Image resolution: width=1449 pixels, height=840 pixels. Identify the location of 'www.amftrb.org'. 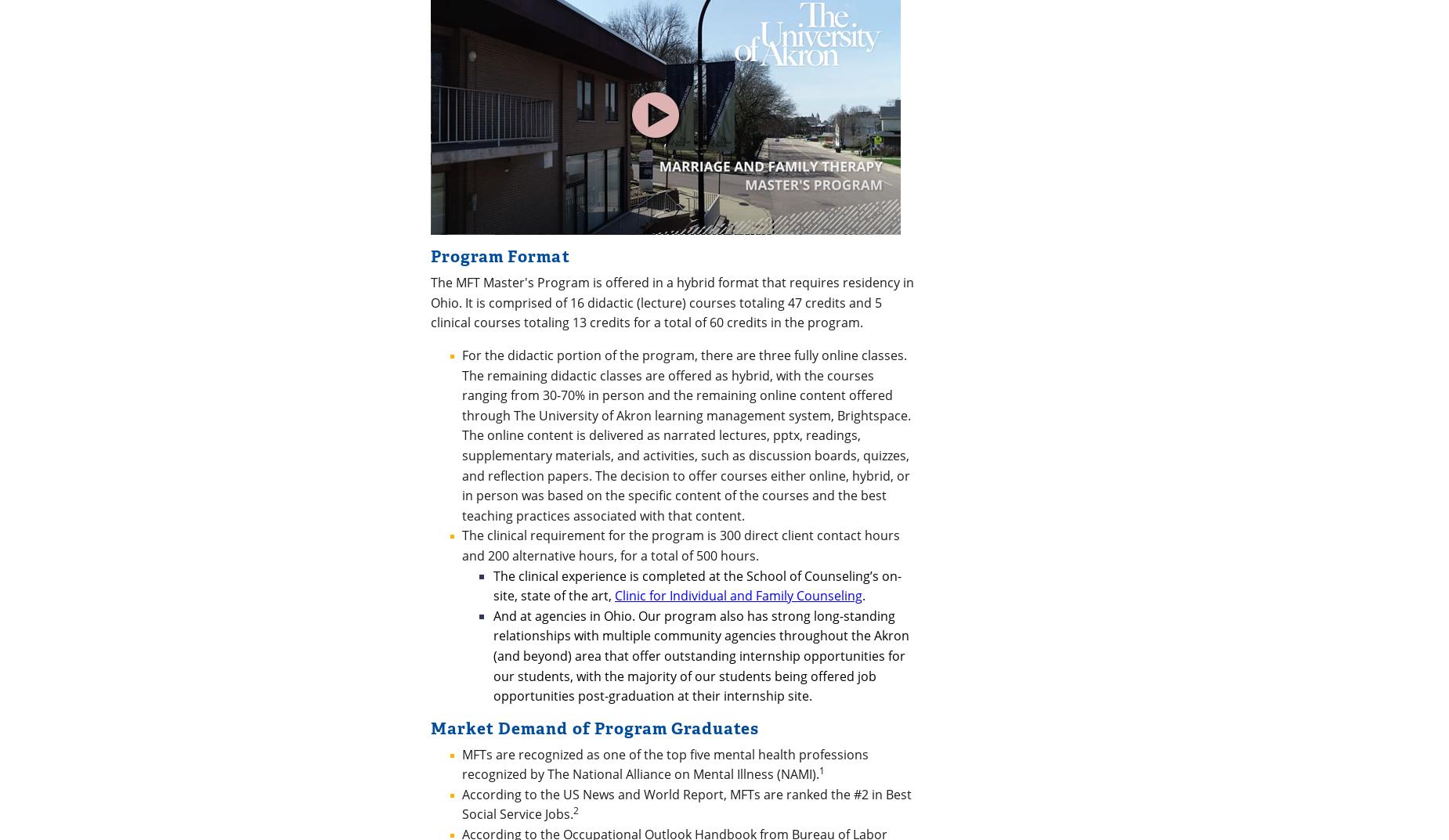
(482, 281).